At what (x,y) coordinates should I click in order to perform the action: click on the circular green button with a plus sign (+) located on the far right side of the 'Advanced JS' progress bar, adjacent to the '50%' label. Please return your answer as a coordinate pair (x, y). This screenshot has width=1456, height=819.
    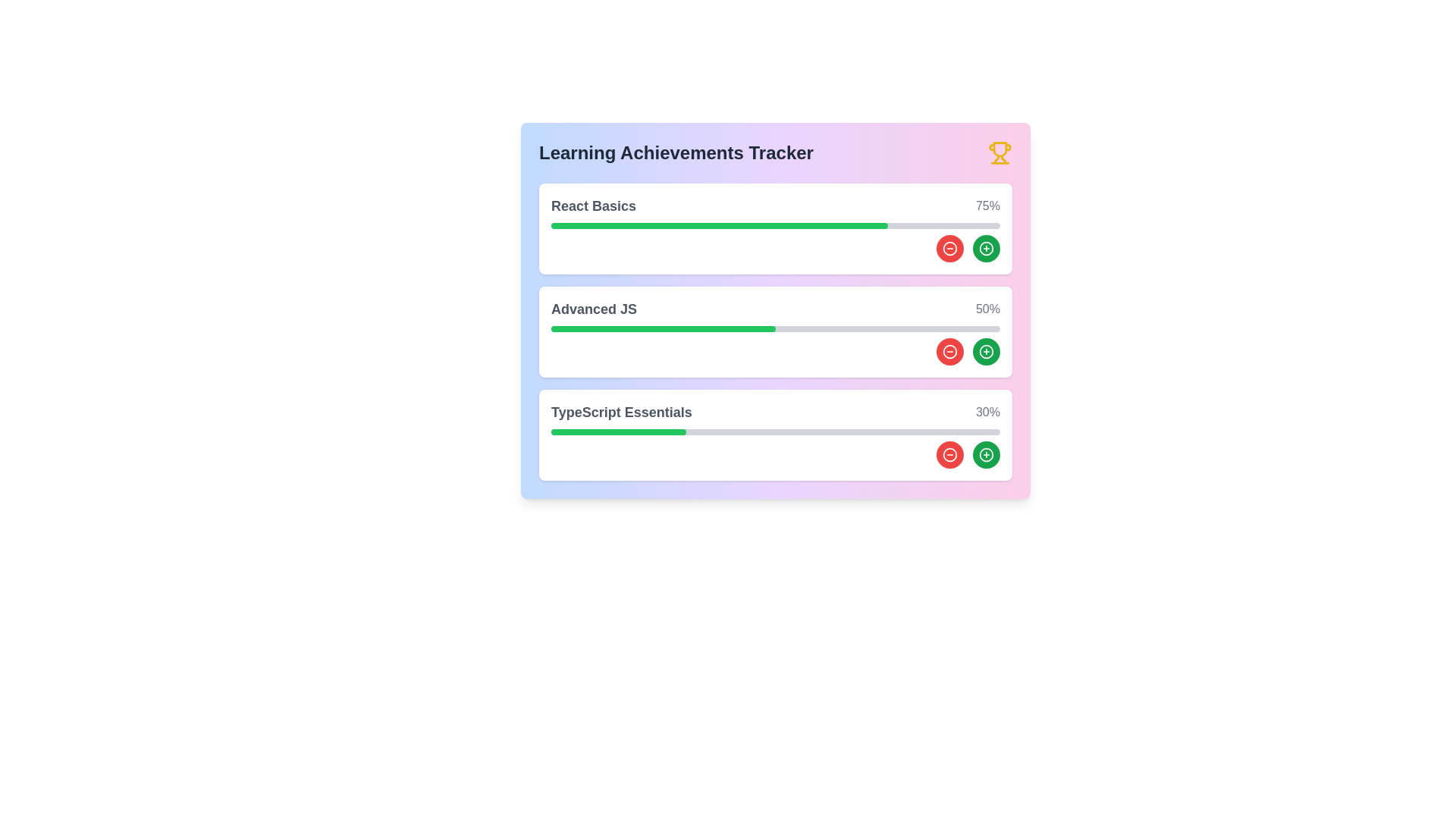
    Looking at the image, I should click on (986, 351).